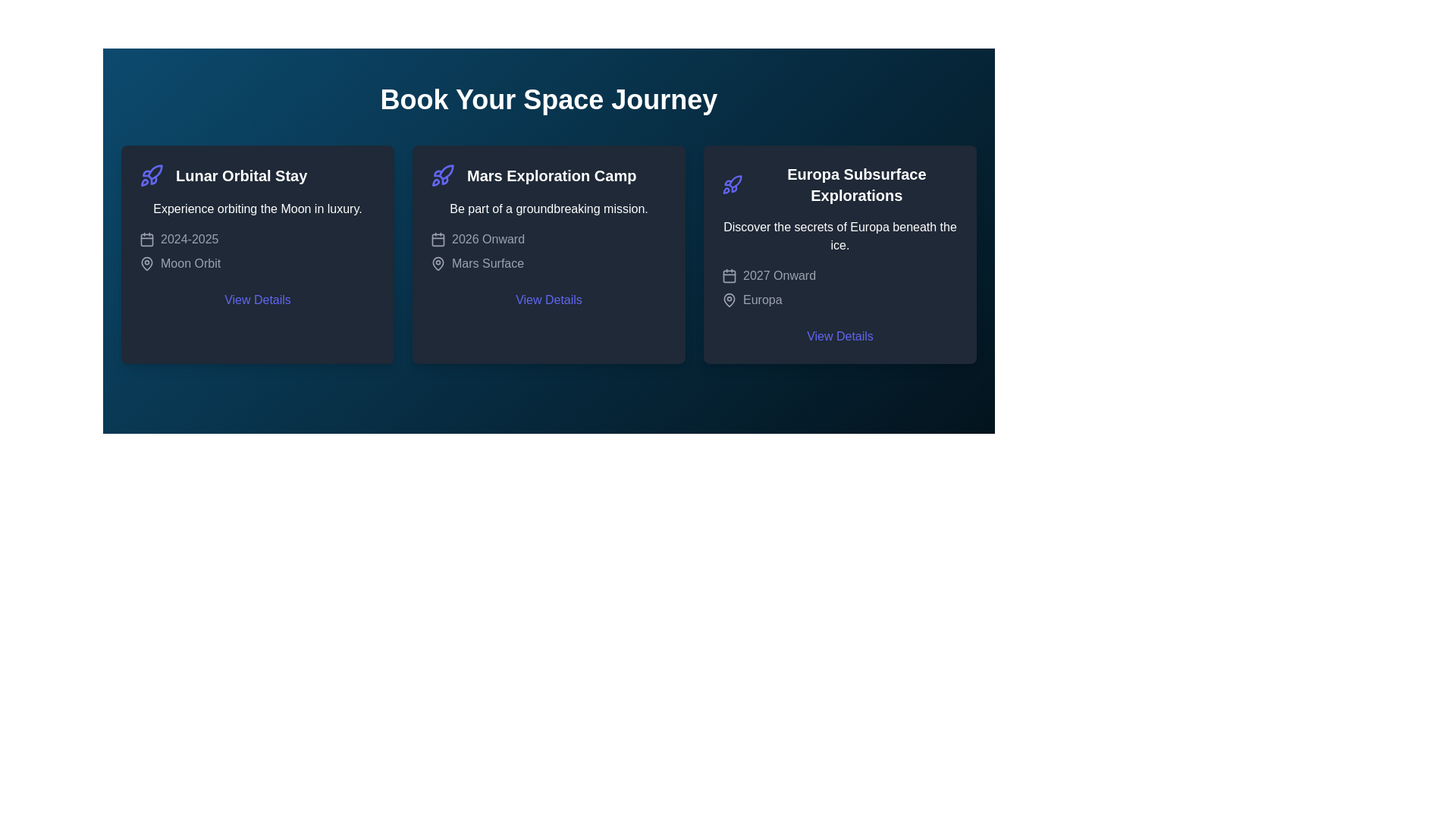  What do you see at coordinates (437, 239) in the screenshot?
I see `the calendar icon located within the second card from the left, next to the text '2026 Onward', which represents date-related information` at bounding box center [437, 239].